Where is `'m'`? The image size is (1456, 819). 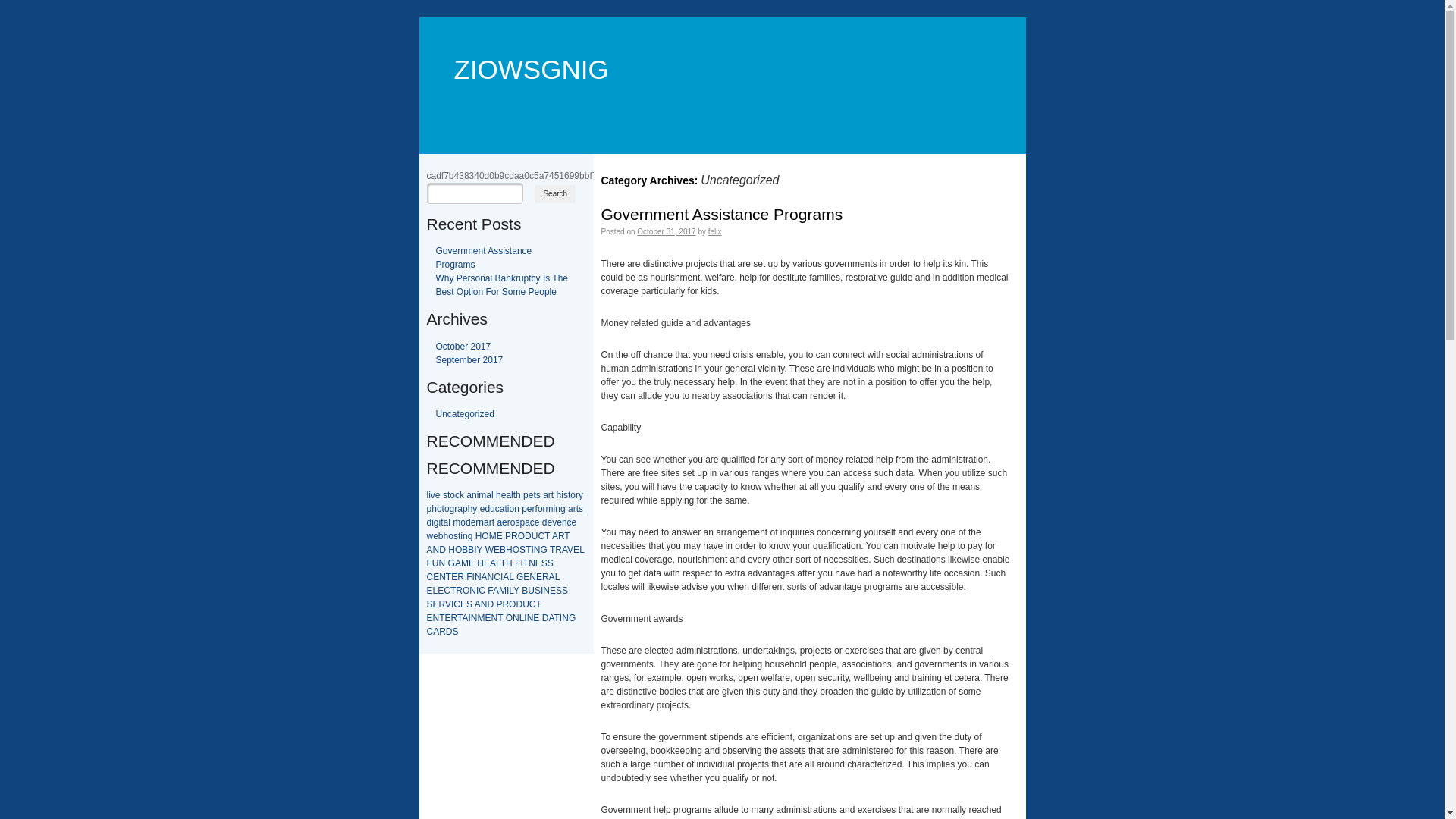 'm' is located at coordinates (482, 494).